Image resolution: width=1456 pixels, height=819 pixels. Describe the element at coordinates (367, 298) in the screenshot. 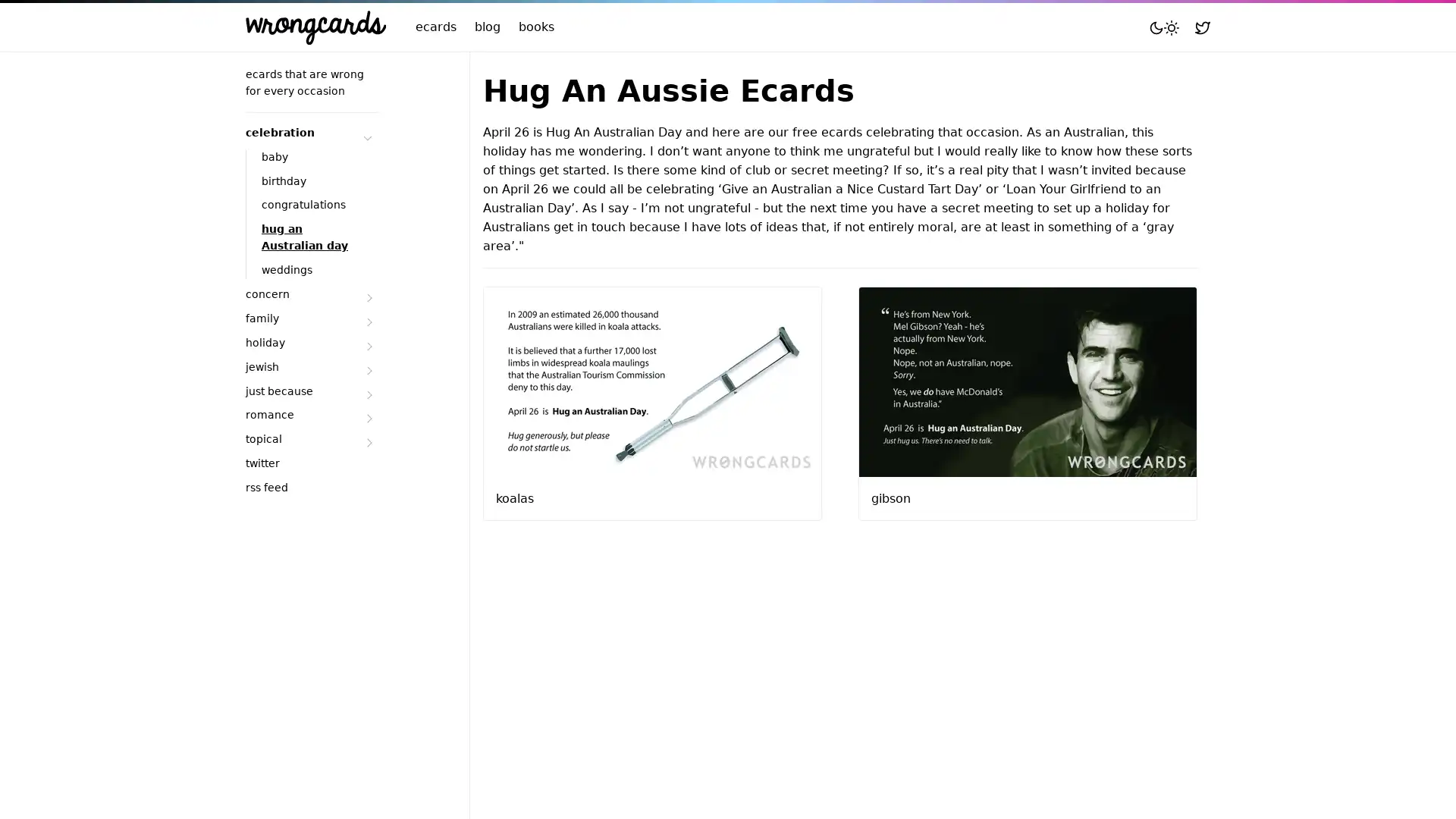

I see `Submenu` at that location.